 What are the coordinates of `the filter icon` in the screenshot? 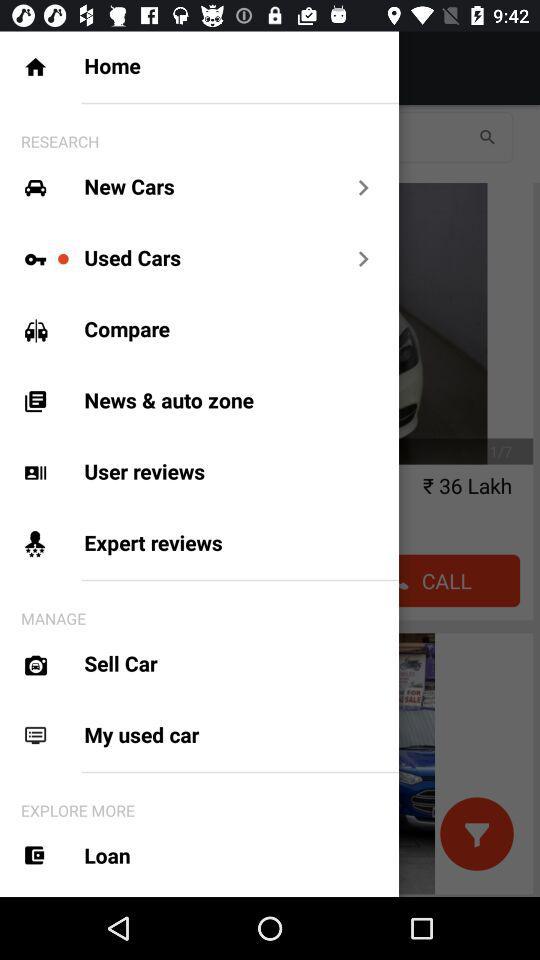 It's located at (475, 833).